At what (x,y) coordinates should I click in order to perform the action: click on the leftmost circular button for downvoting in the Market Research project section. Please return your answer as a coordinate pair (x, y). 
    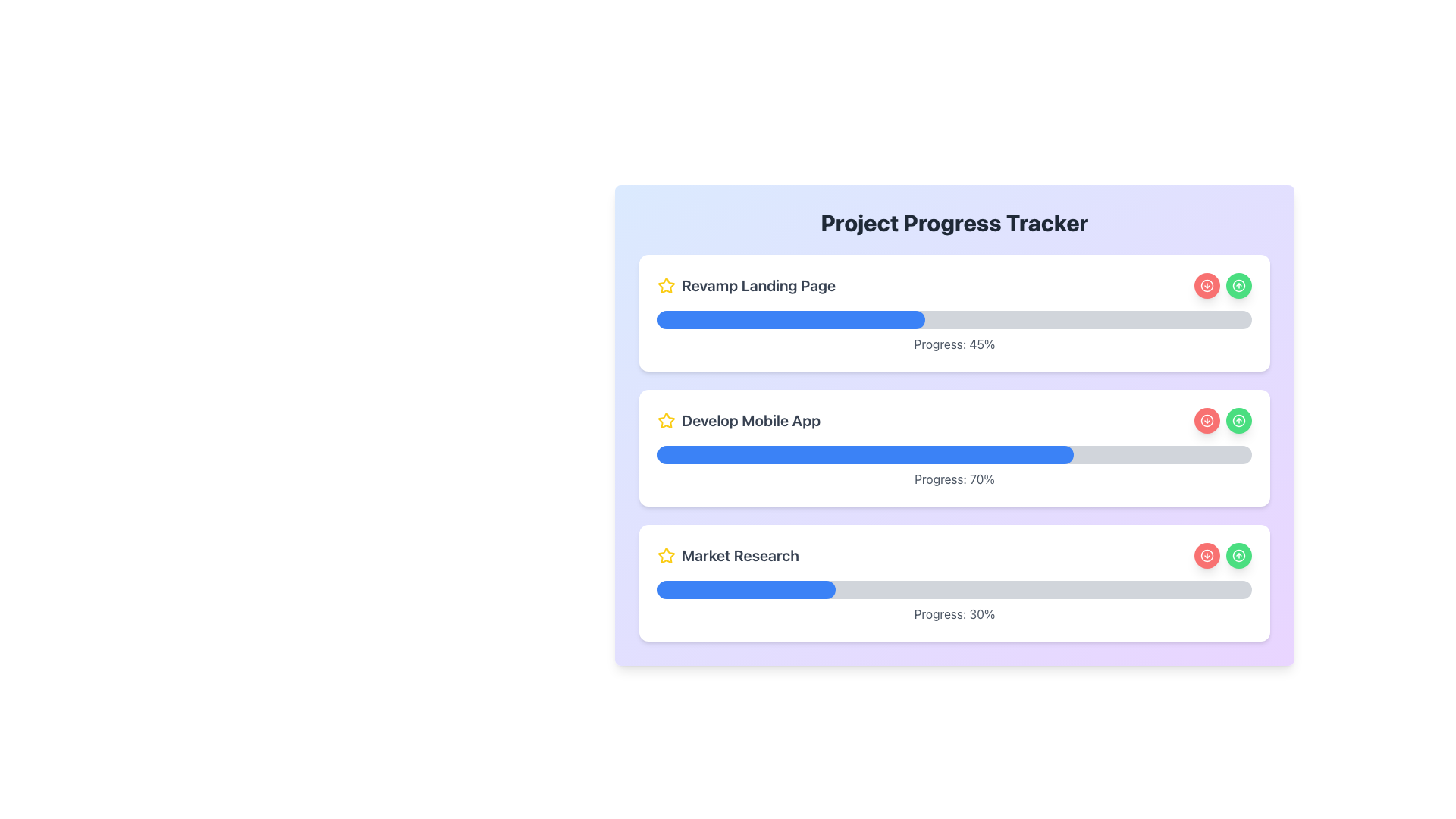
    Looking at the image, I should click on (1207, 555).